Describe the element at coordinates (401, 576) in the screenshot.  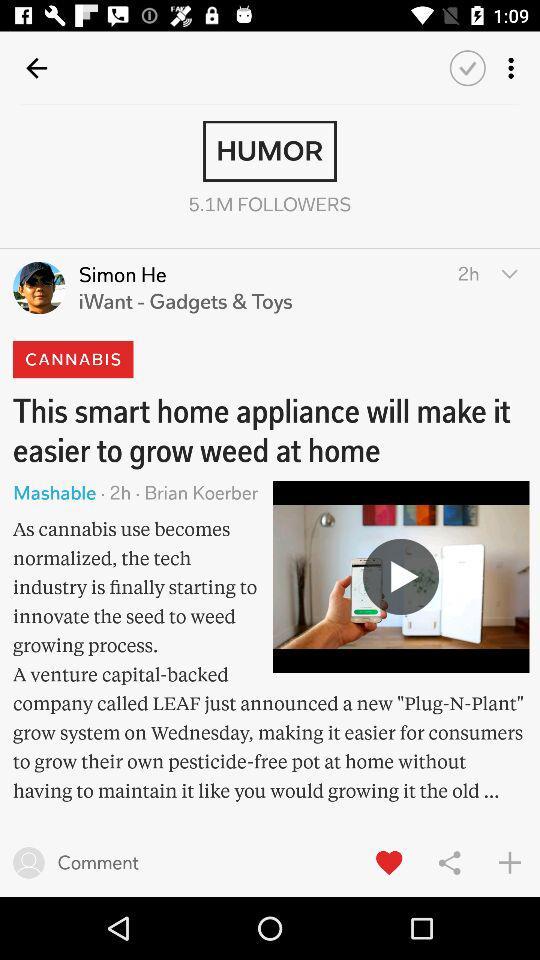
I see `the play icon` at that location.